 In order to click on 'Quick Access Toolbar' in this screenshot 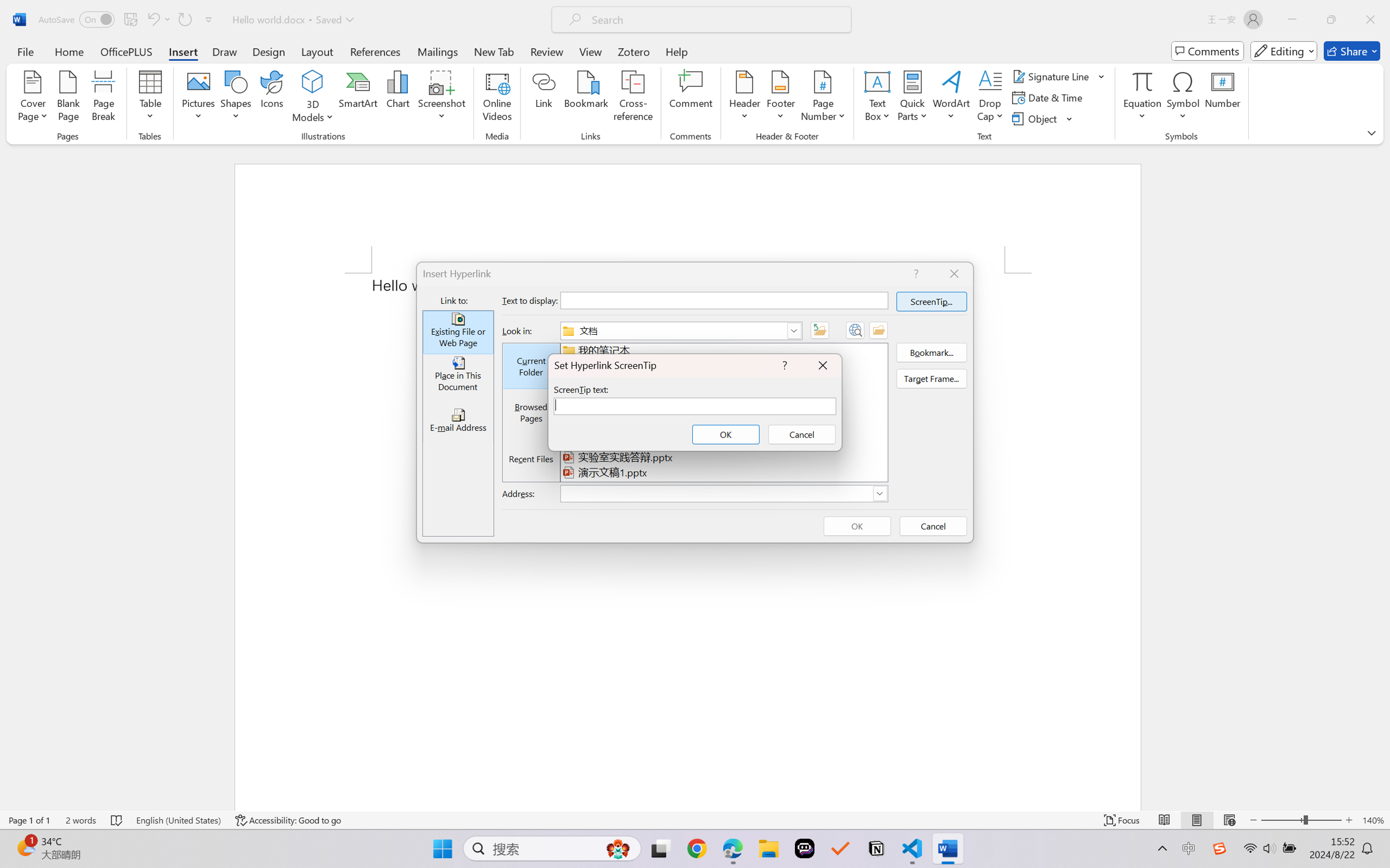, I will do `click(128, 19)`.